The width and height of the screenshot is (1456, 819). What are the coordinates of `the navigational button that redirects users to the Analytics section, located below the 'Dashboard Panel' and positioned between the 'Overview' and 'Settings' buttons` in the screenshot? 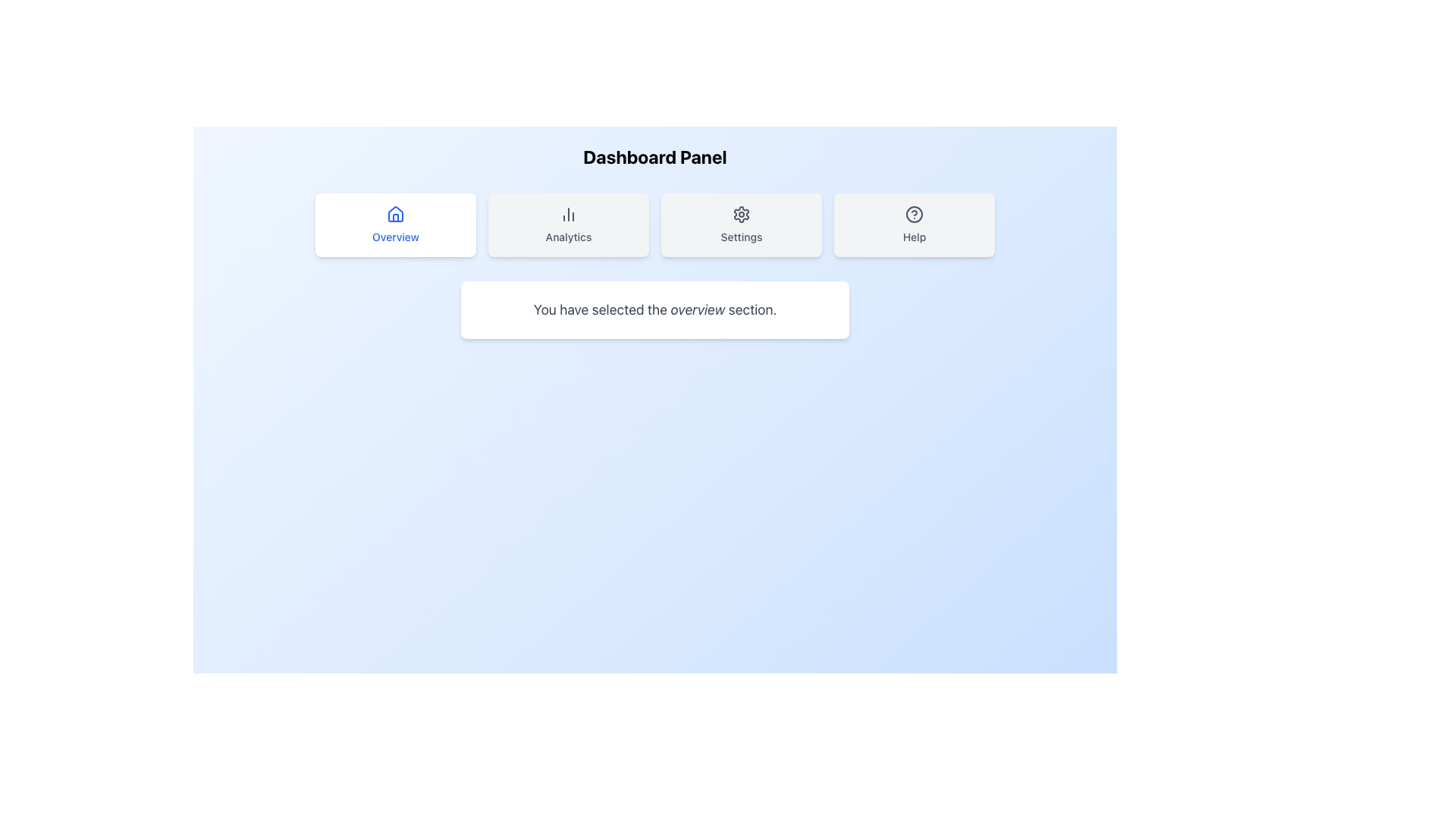 It's located at (567, 225).